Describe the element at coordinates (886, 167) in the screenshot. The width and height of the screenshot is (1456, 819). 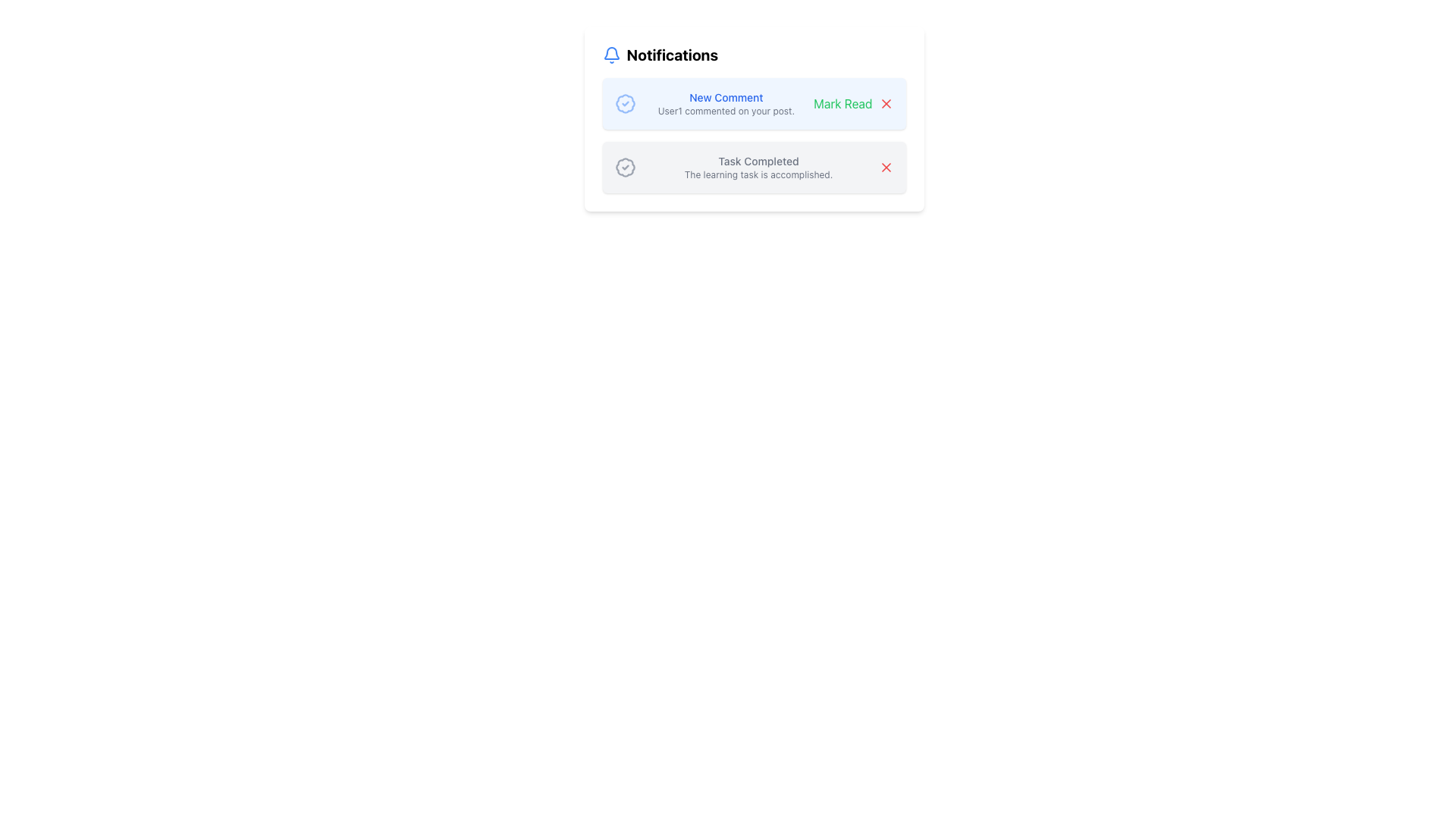
I see `the cross-shaped icon in the notifications area` at that location.